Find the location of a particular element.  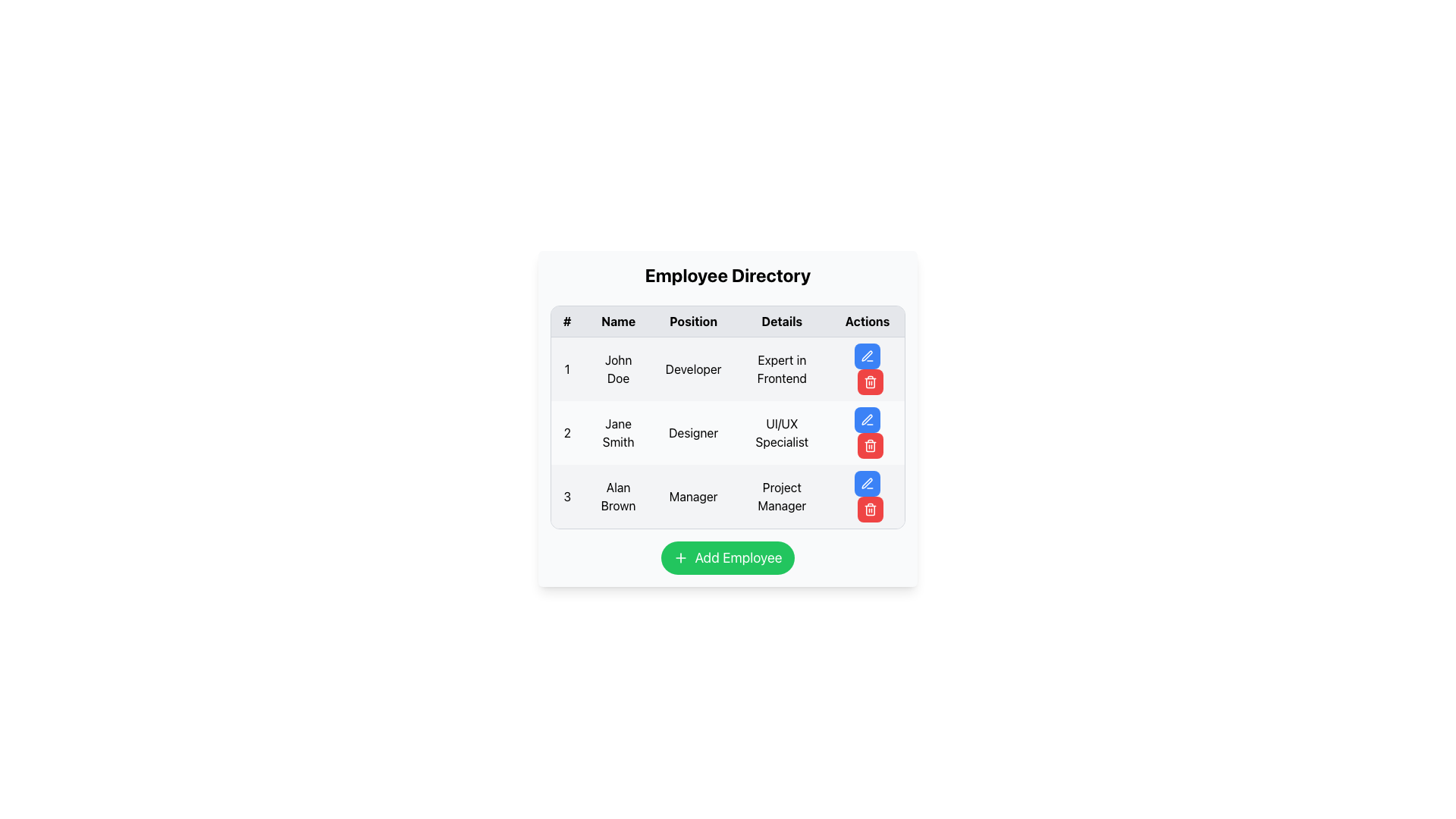

the 'Position' label indicating the occupational role of 'Alan Brown' located in the third row of the table is located at coordinates (692, 497).